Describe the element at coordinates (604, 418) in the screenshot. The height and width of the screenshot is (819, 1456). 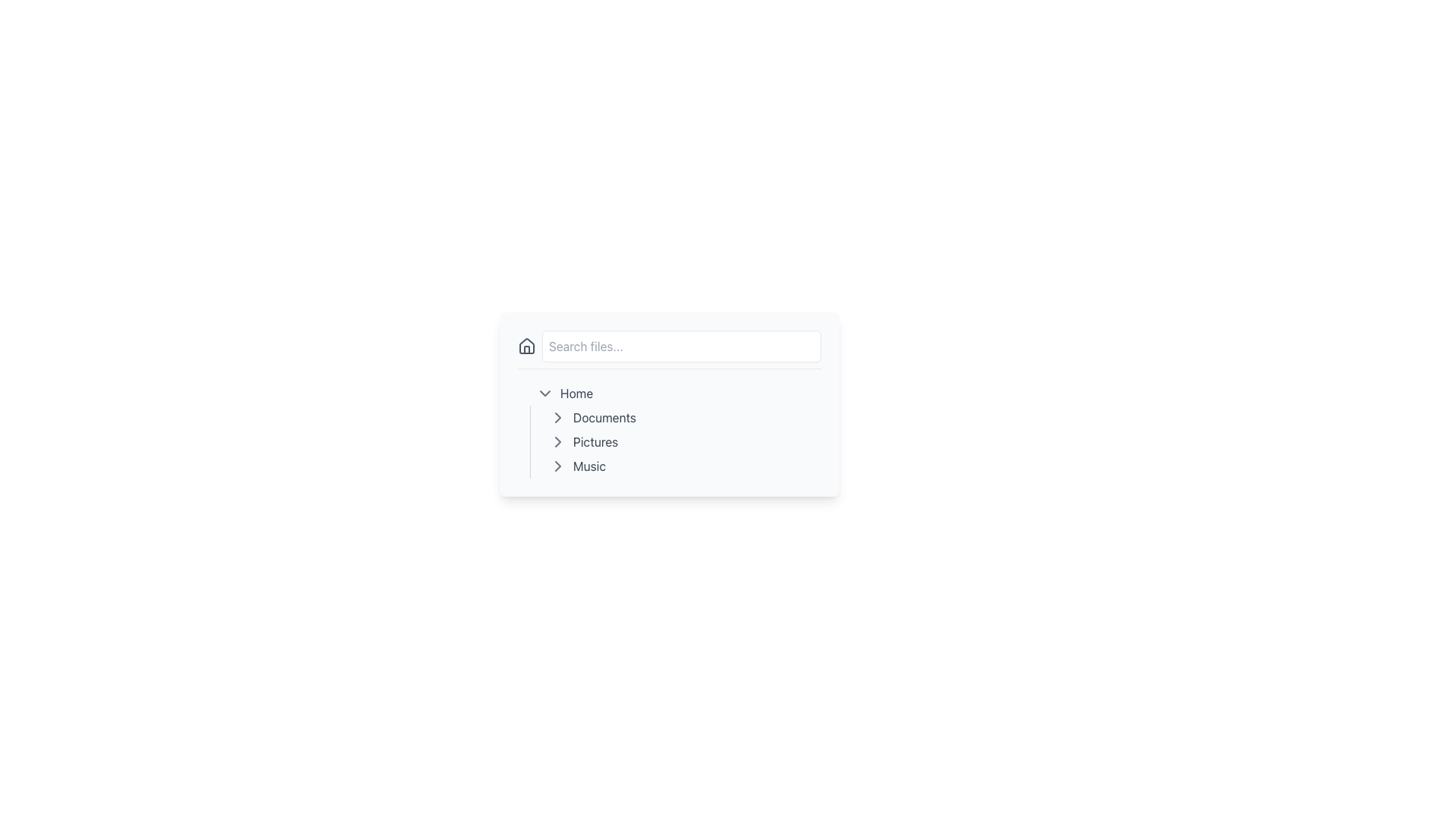
I see `the 'Documents' text label in the navigation list` at that location.